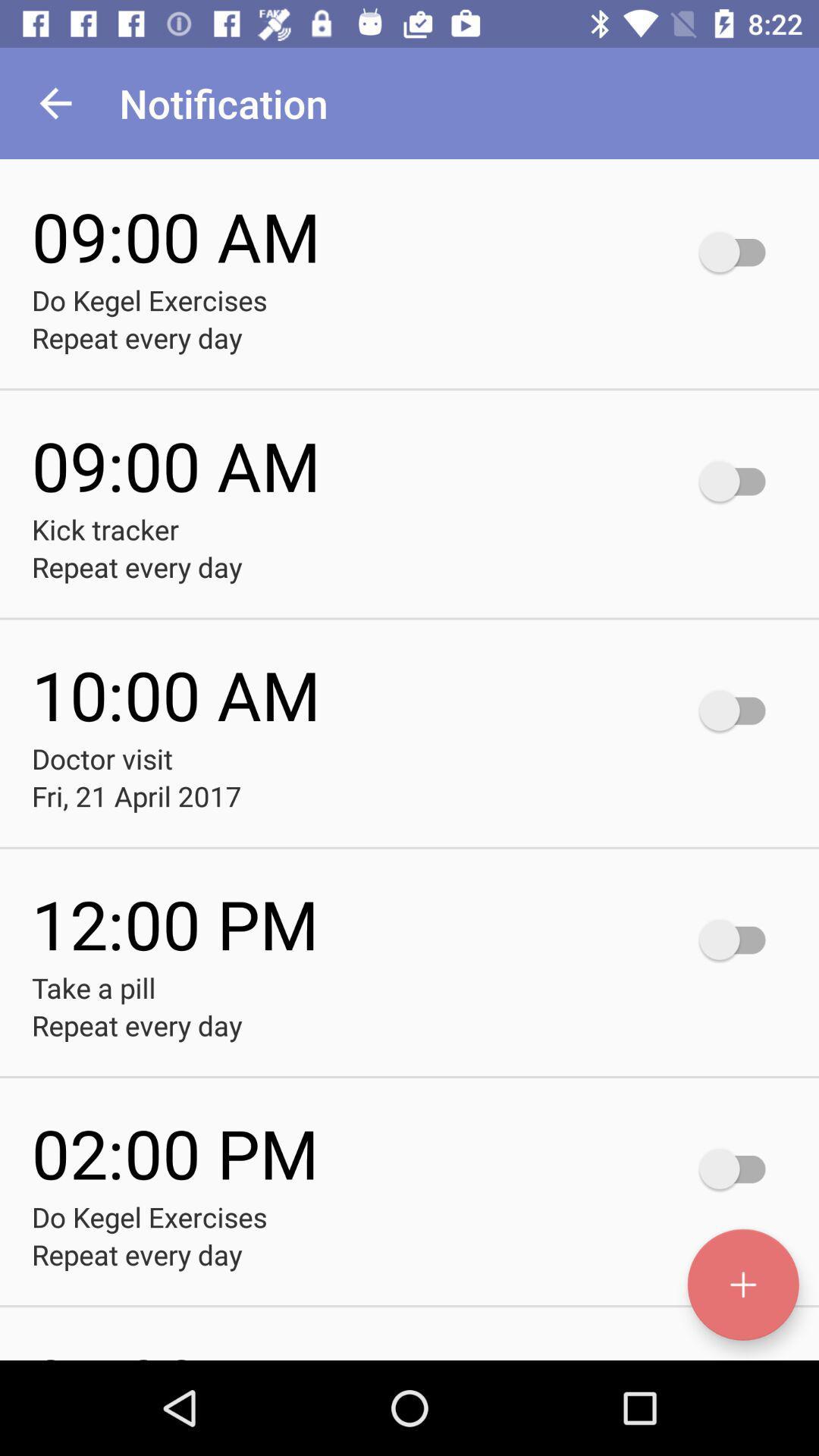  Describe the element at coordinates (739, 710) in the screenshot. I see `notification on button which is in 1000am right side to doctor visit` at that location.